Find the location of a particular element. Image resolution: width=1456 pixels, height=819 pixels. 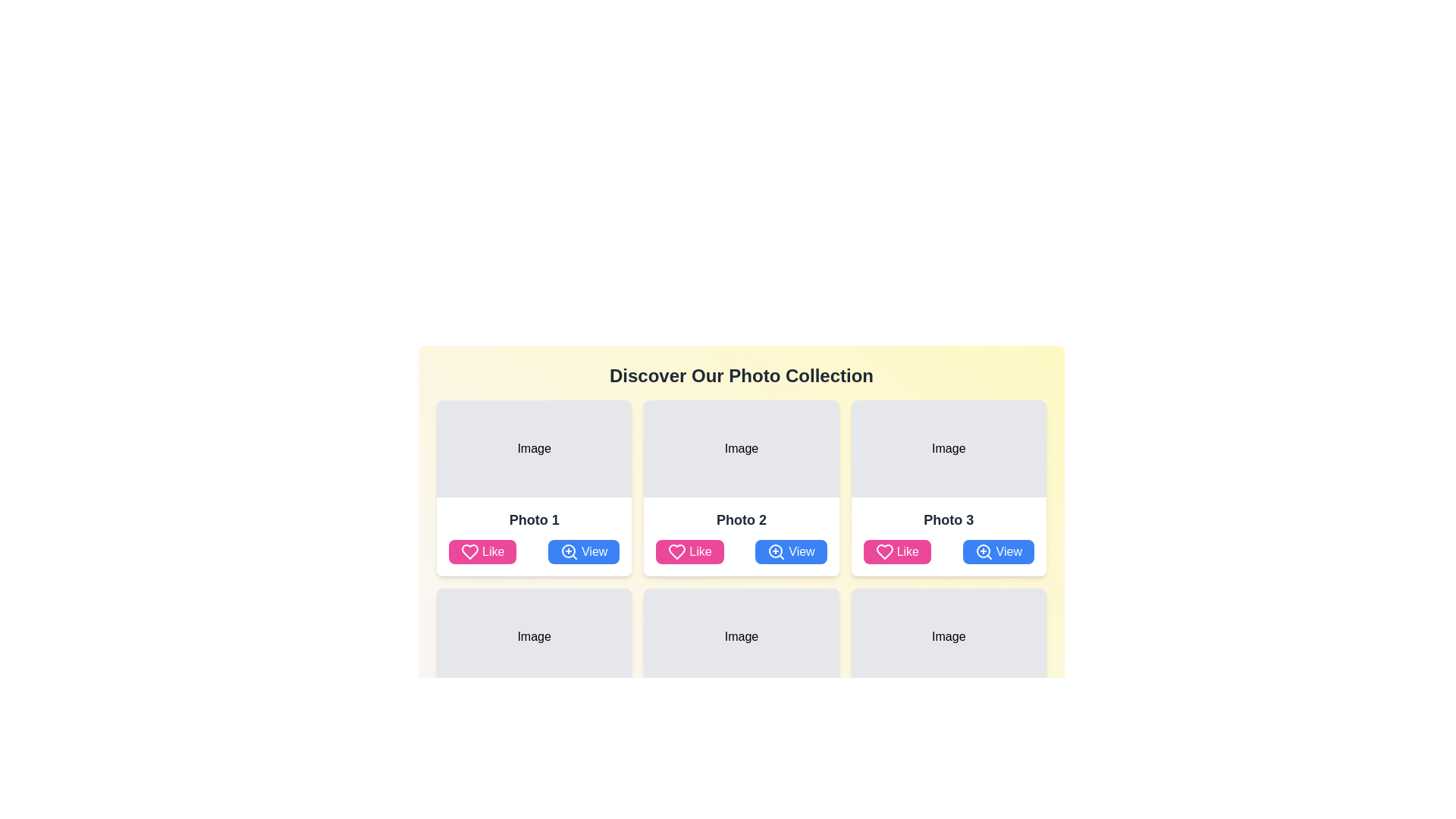

the SVG circle element representing the zoom-in feature of the 'View' button under 'Photo 1' in the 'Photo Collection' row is located at coordinates (567, 551).